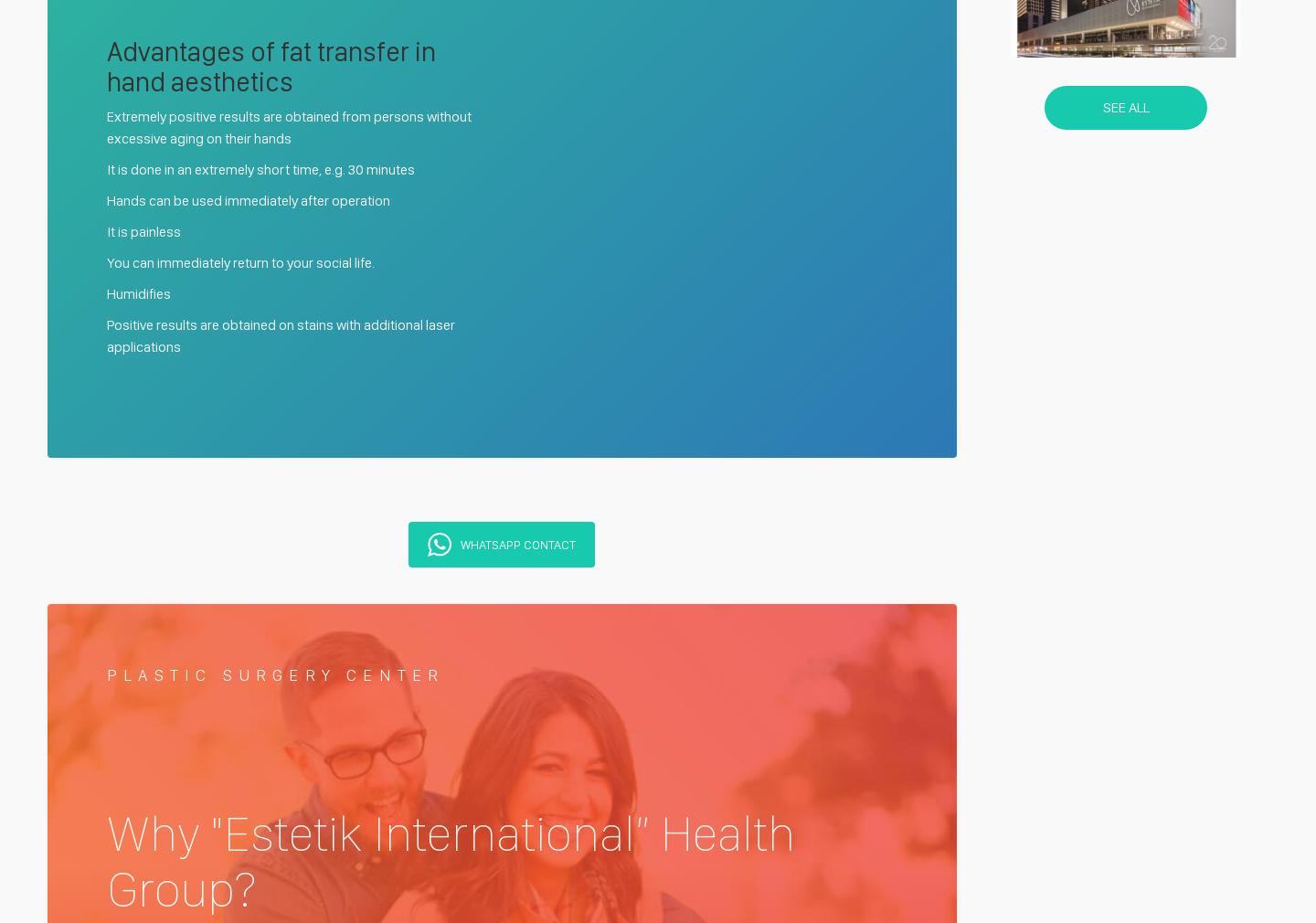 Image resolution: width=1316 pixels, height=923 pixels. What do you see at coordinates (107, 674) in the screenshot?
I see `'PLASTIC SURGERY CENTER'` at bounding box center [107, 674].